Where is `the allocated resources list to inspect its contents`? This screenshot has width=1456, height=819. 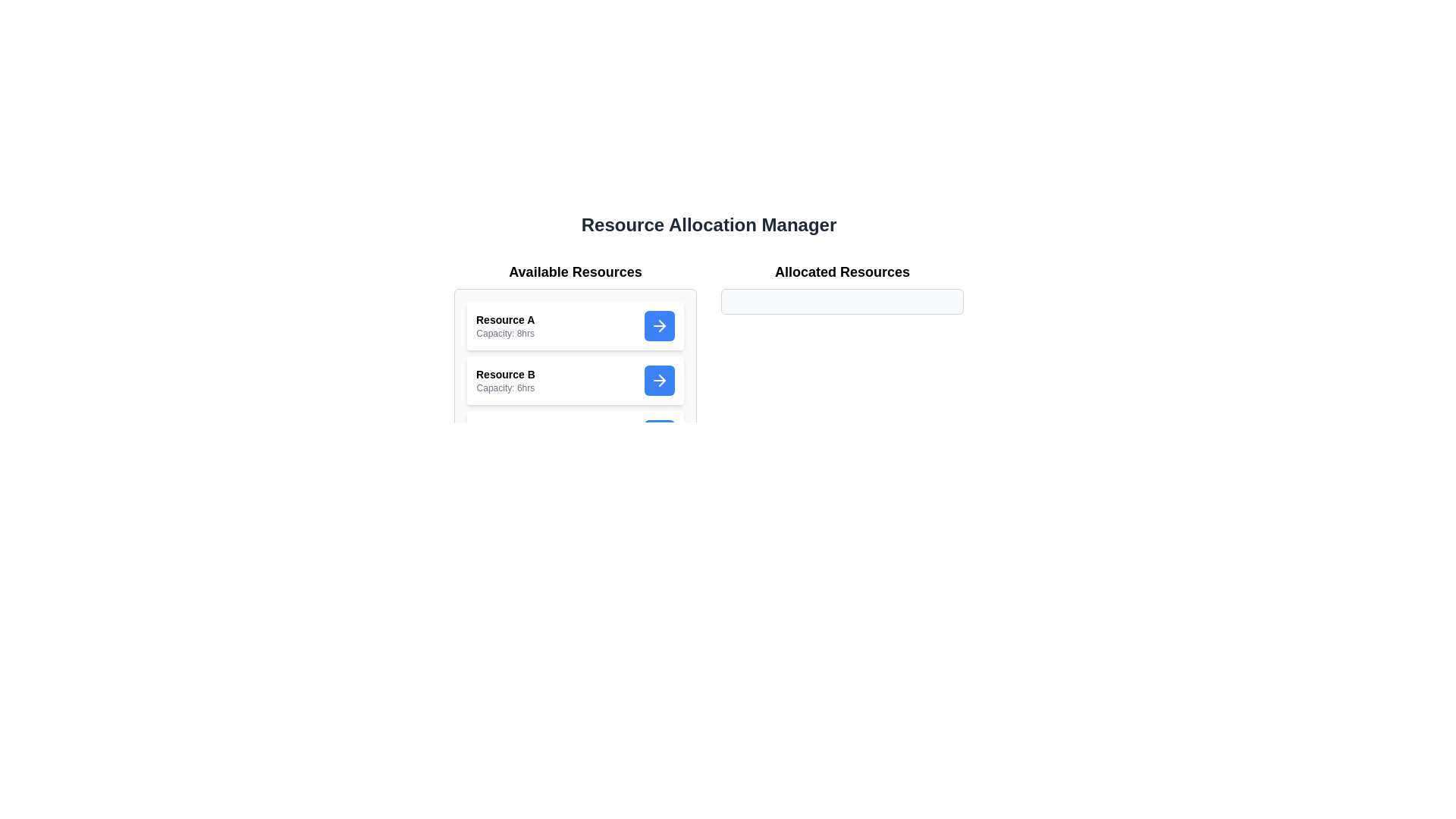 the allocated resources list to inspect its contents is located at coordinates (841, 301).